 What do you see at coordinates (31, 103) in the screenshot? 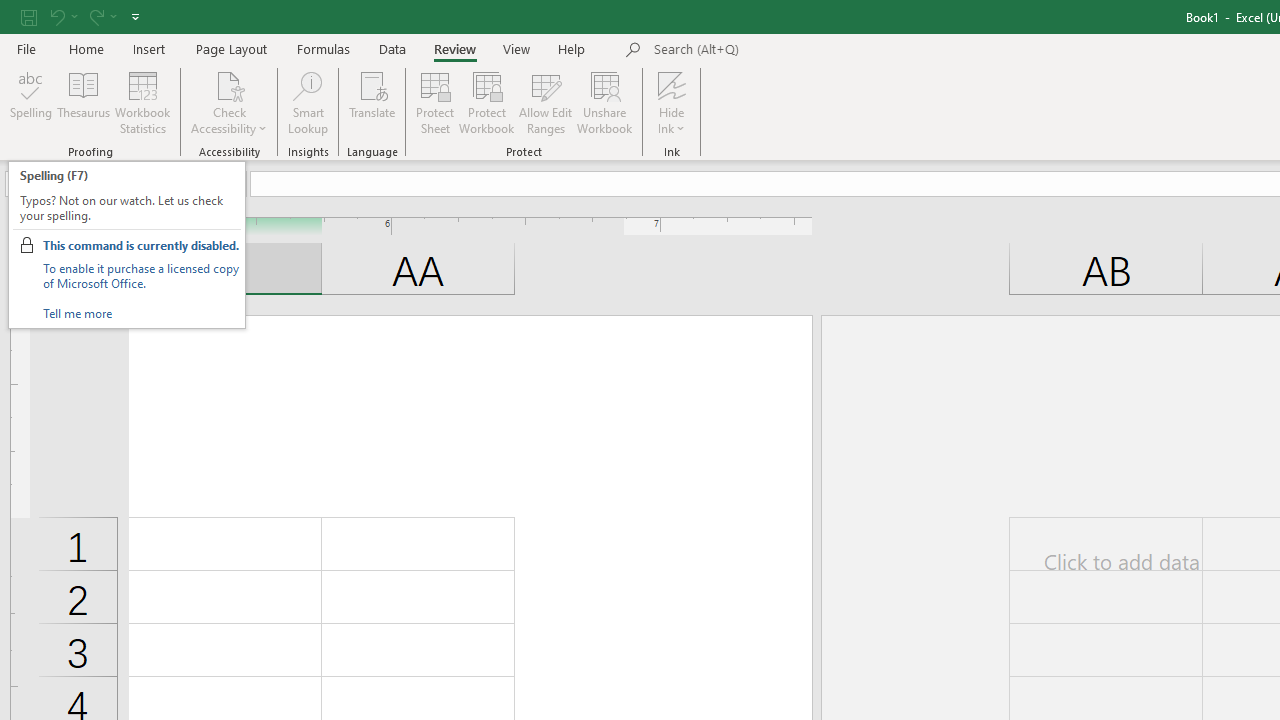
I see `'Spelling...'` at bounding box center [31, 103].